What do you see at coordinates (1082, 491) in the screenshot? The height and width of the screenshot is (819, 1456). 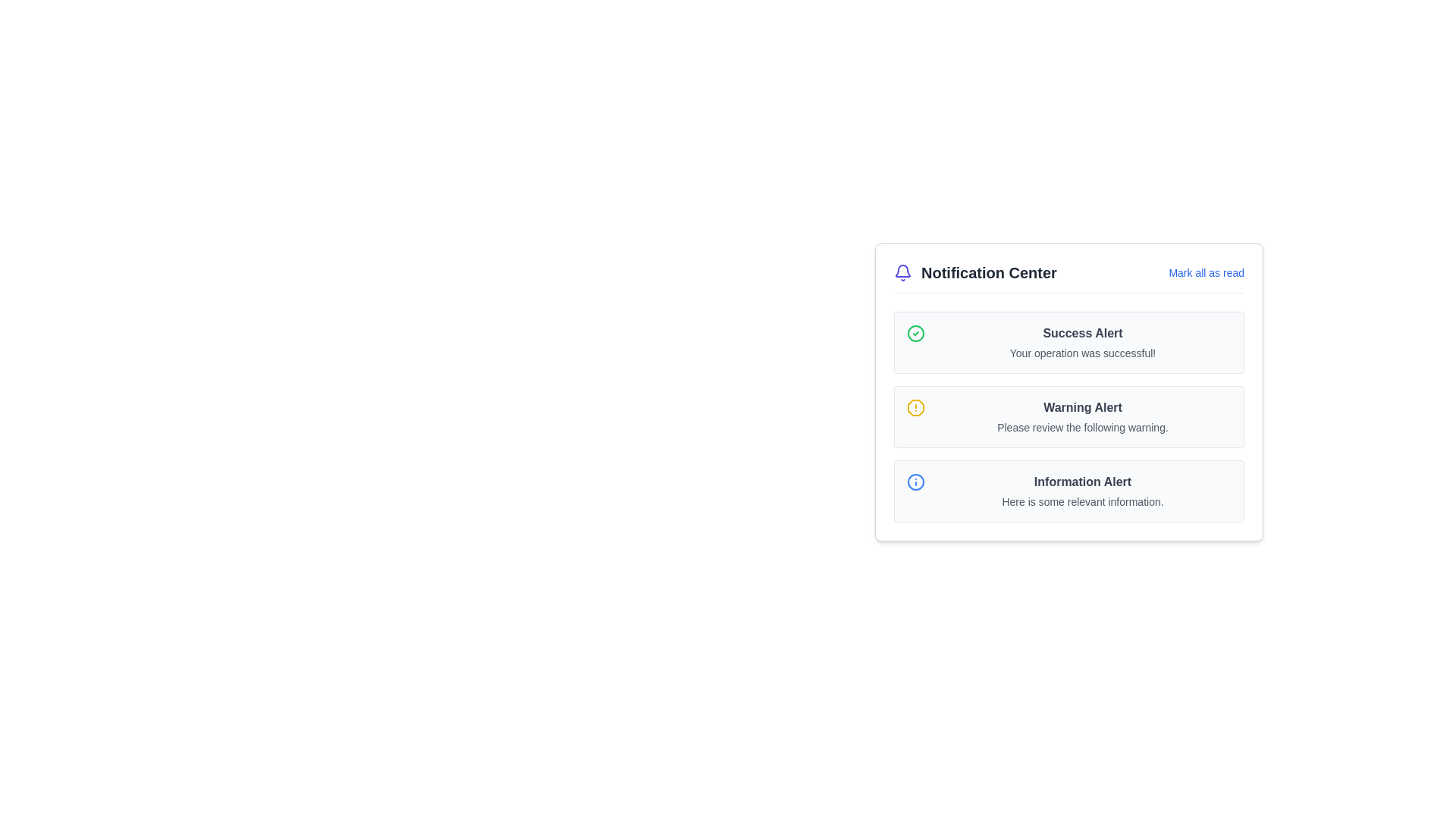 I see `information from the text block containing the heading 'Information Alert' and subtext 'Here is some relevant information.'` at bounding box center [1082, 491].